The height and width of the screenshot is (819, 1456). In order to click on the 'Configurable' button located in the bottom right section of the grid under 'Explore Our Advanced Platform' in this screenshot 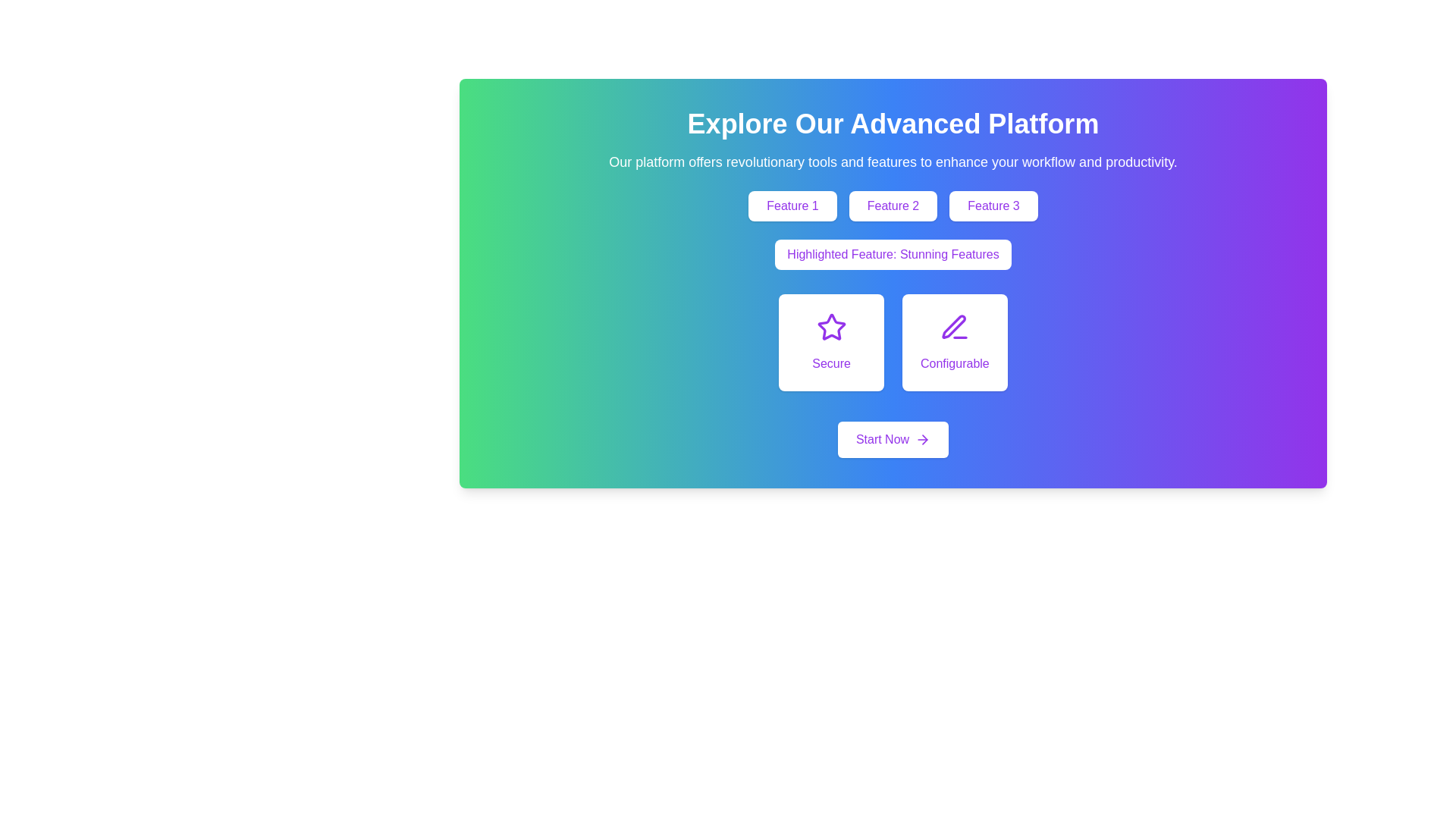, I will do `click(953, 342)`.